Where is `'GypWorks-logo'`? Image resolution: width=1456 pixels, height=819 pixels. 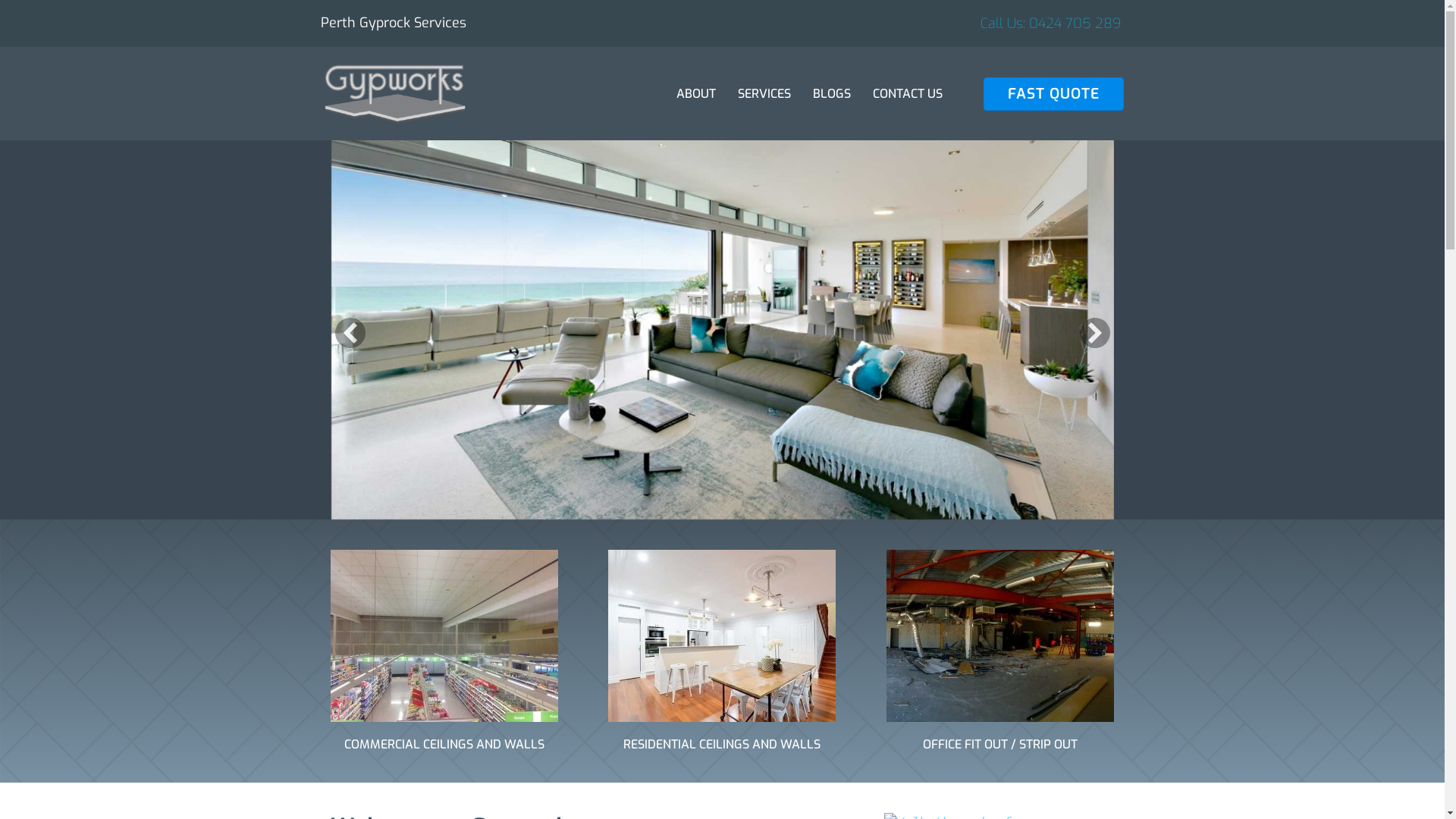
'GypWorks-logo' is located at coordinates (394, 93).